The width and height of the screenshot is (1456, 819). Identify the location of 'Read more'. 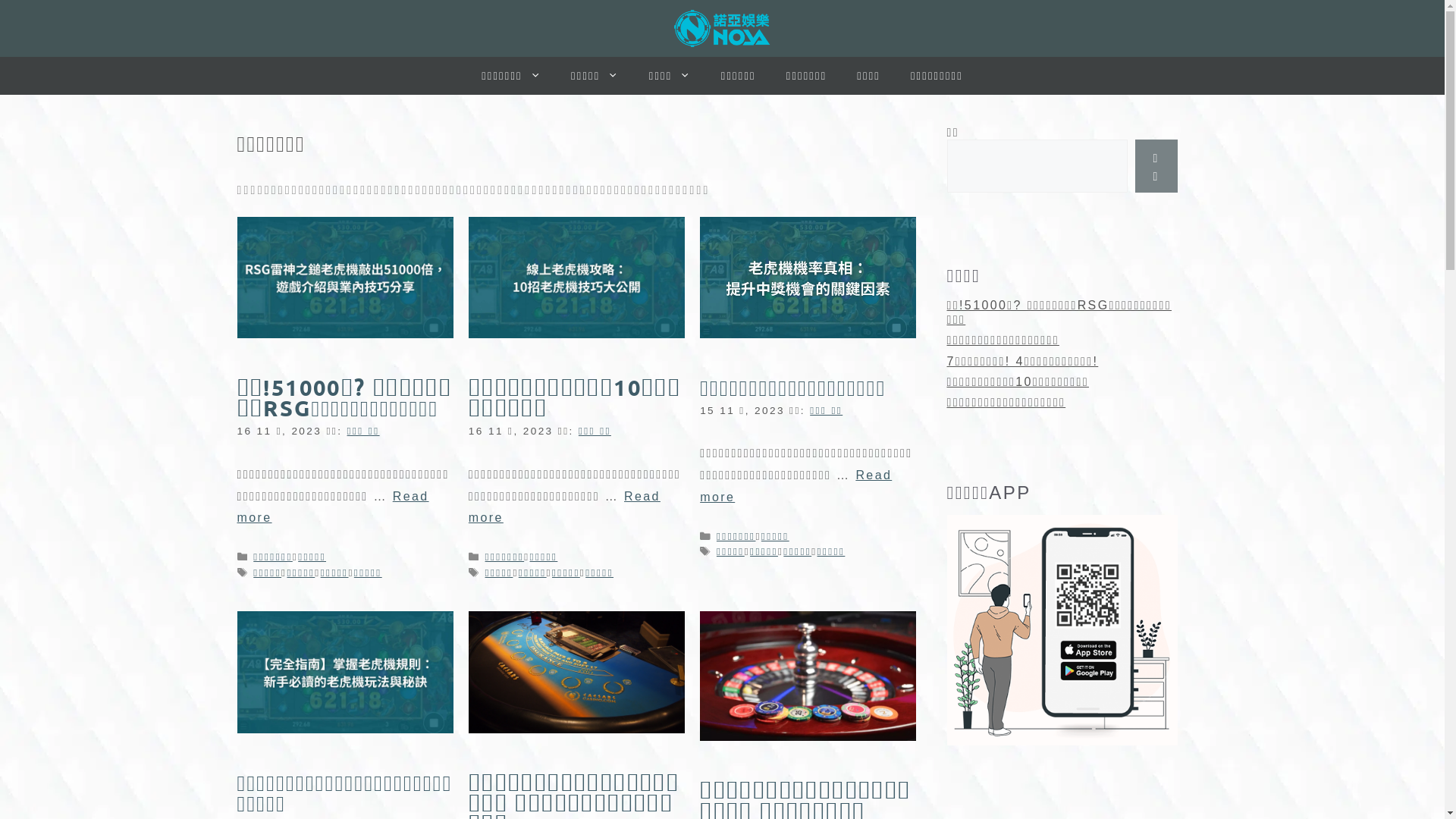
(795, 485).